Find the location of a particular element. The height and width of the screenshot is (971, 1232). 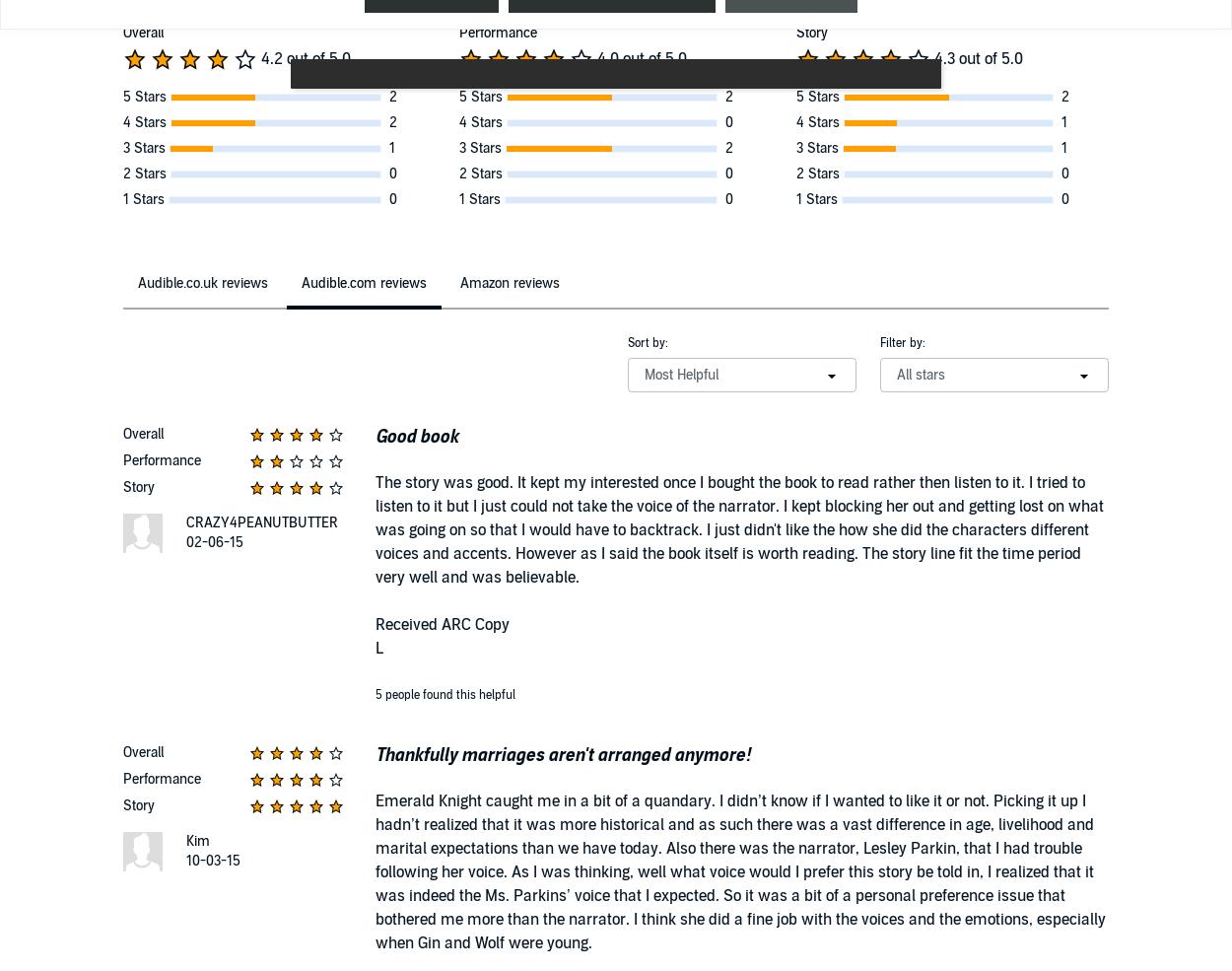

'Kim' is located at coordinates (197, 840).